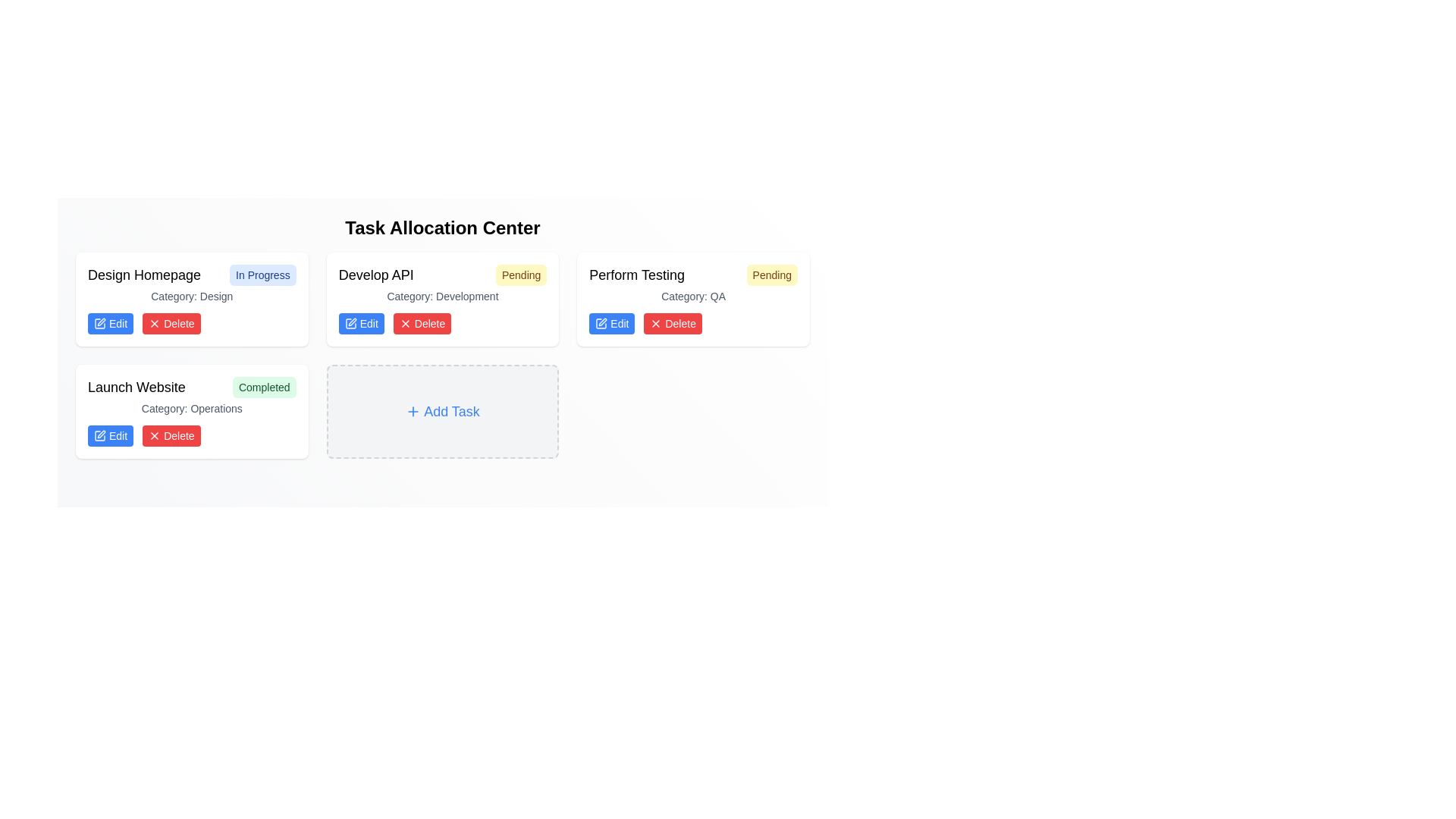 The width and height of the screenshot is (1456, 819). What do you see at coordinates (692, 323) in the screenshot?
I see `the grouped component of the 'Edit' and 'Delete' buttons located at the bottom right of the card labeled 'Perform Testing'` at bounding box center [692, 323].